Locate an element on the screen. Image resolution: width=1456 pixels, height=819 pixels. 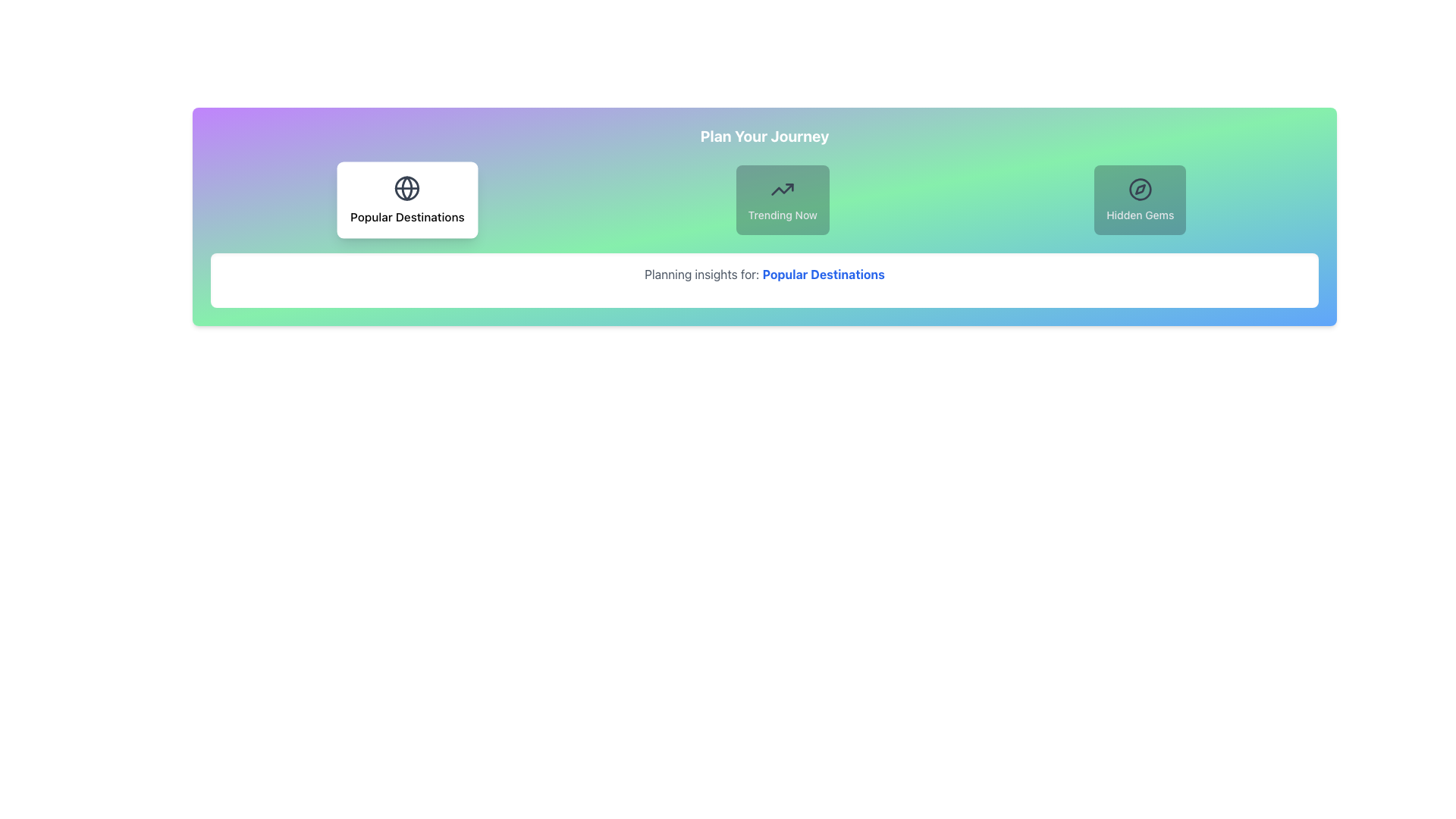
the icon representing trends or upward motion in the 'Trending Now' section, located centrally within the green rectangular section is located at coordinates (783, 189).